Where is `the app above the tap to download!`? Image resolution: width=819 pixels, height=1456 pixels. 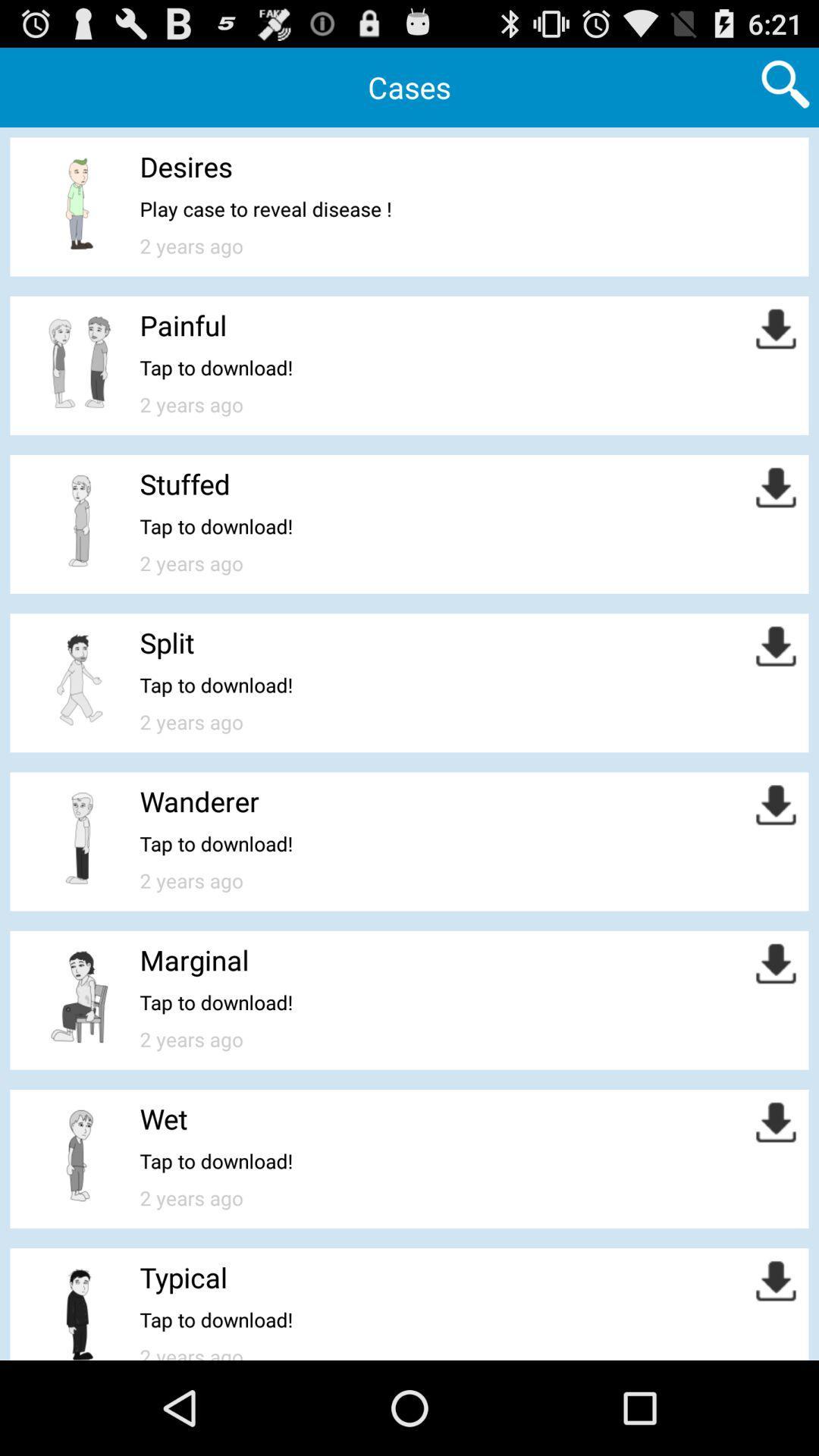
the app above the tap to download! is located at coordinates (193, 959).